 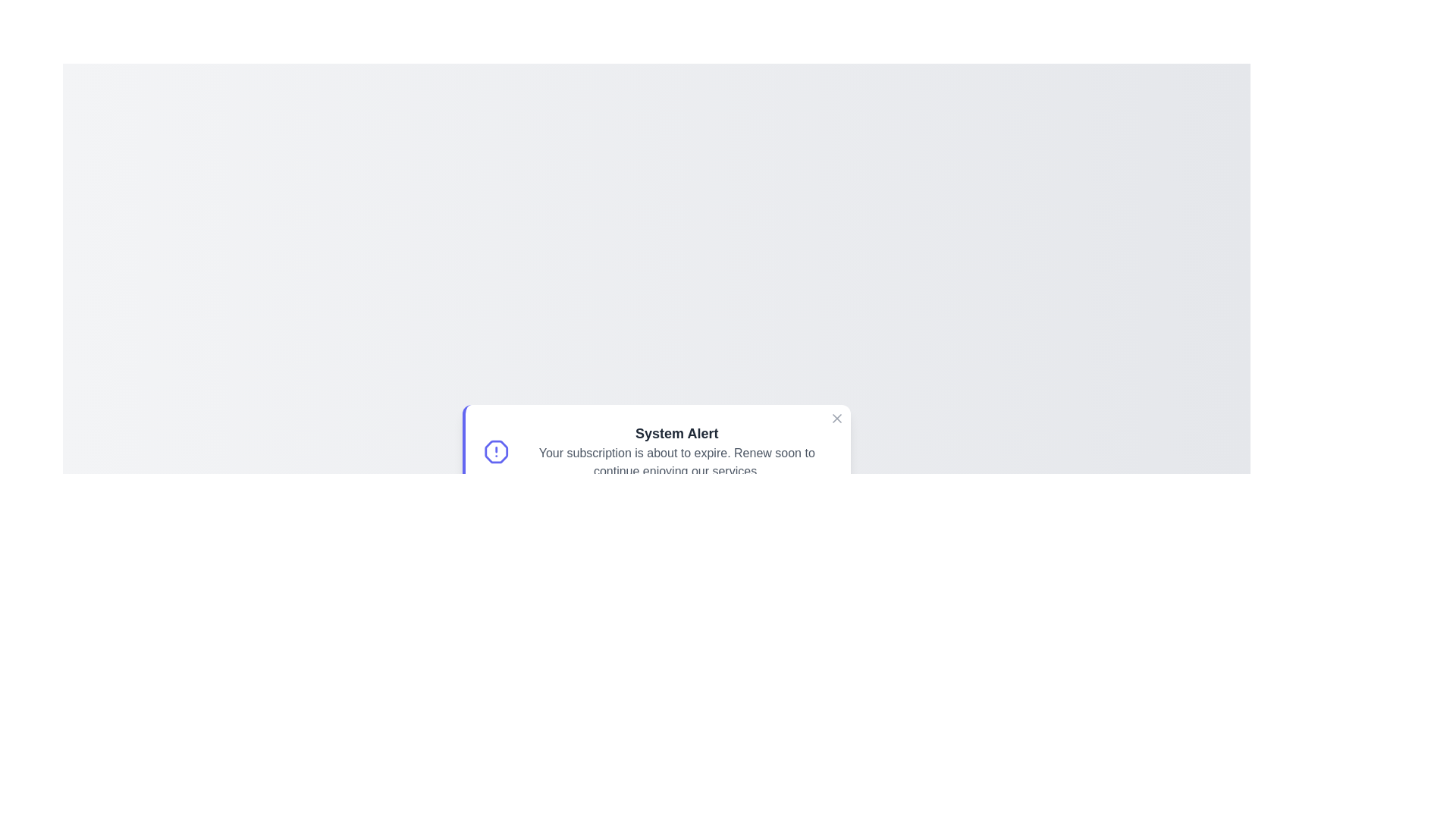 I want to click on the icon to explore its functionality, so click(x=496, y=451).